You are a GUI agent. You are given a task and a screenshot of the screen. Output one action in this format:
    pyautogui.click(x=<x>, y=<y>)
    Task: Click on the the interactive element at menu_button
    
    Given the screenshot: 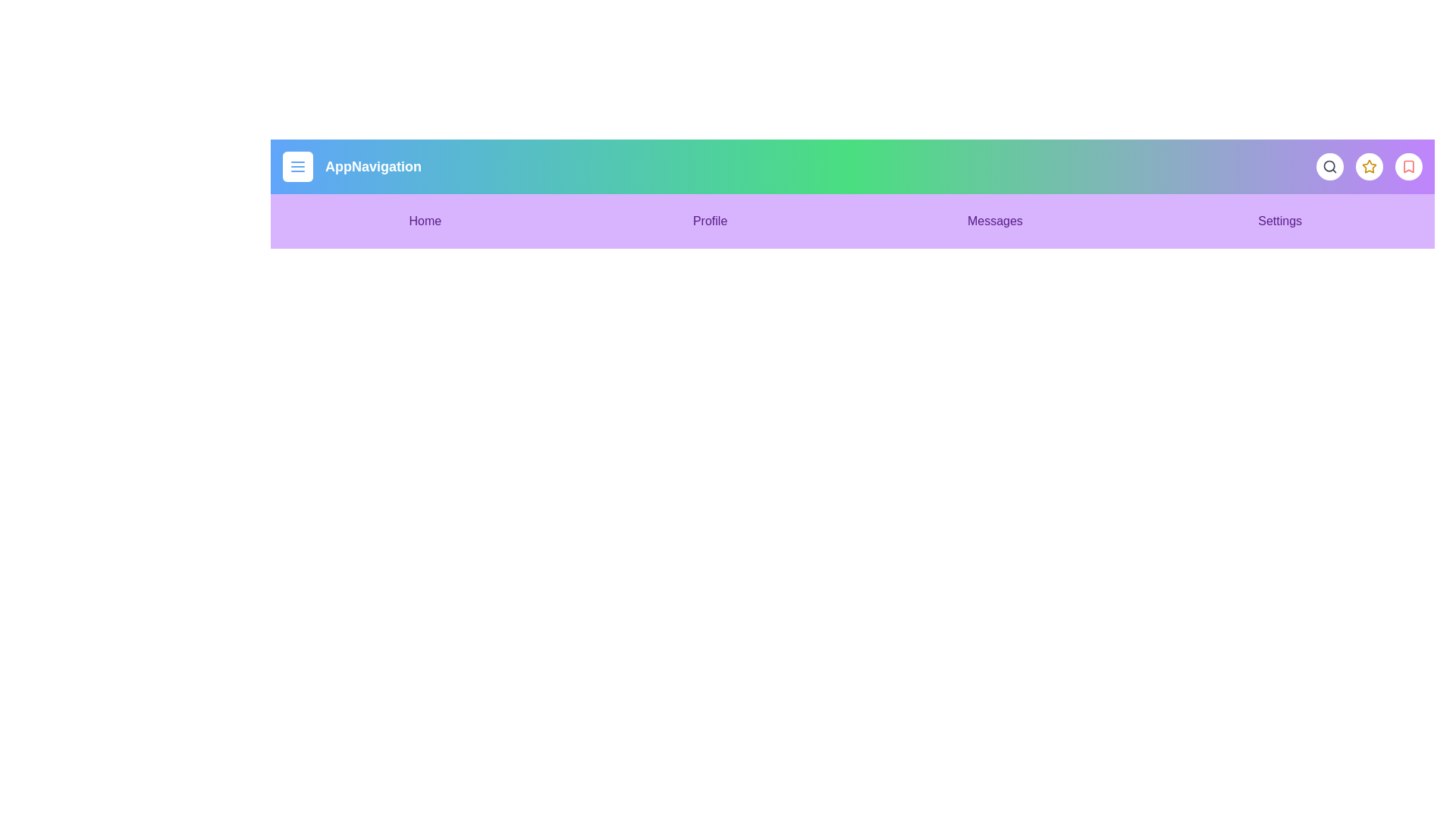 What is the action you would take?
    pyautogui.click(x=298, y=166)
    